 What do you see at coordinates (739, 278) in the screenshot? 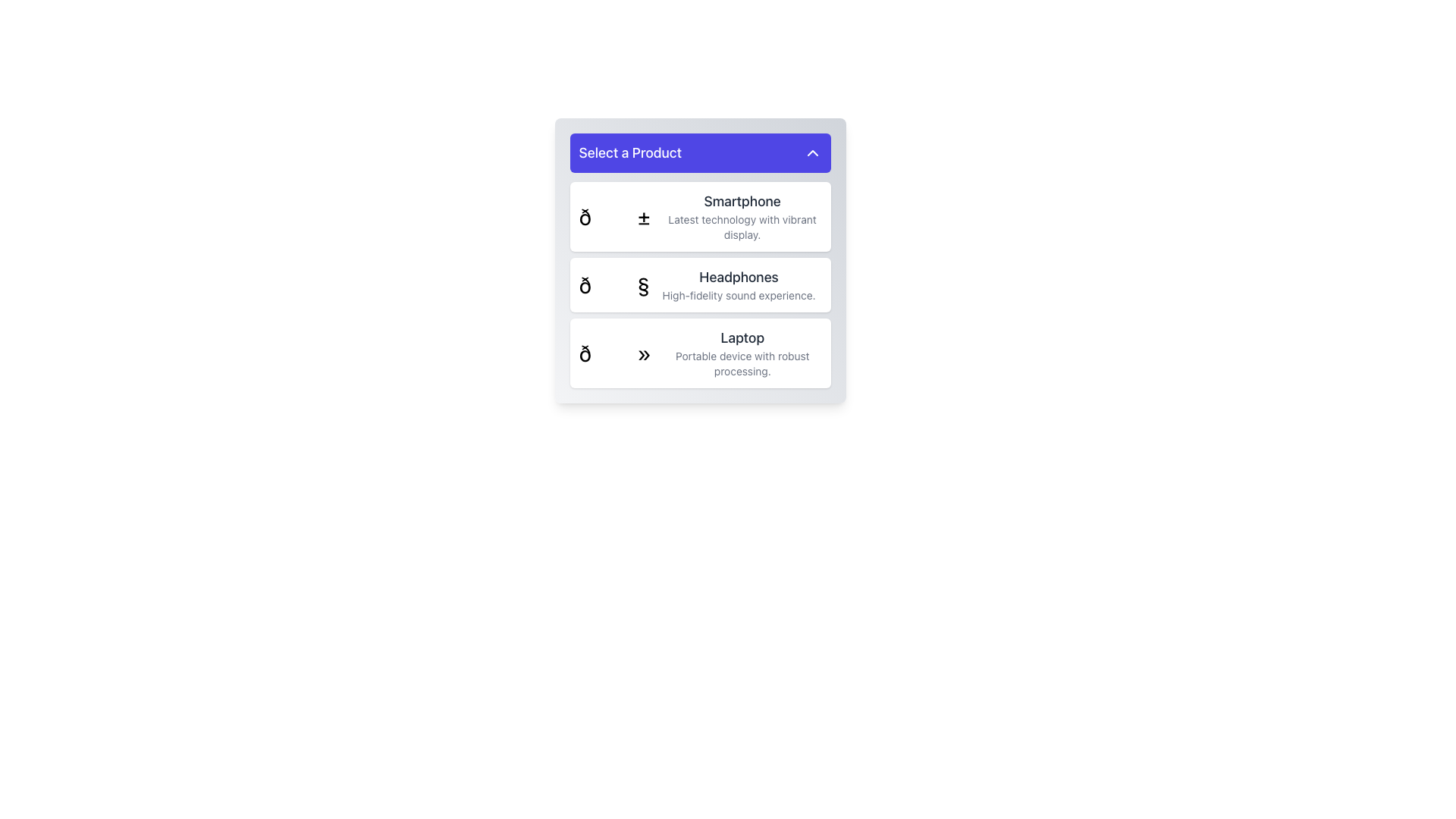
I see `the 'Headphones' text label, which is displayed in bold and dark gray above the description 'High-fidelity sound experience.'` at bounding box center [739, 278].